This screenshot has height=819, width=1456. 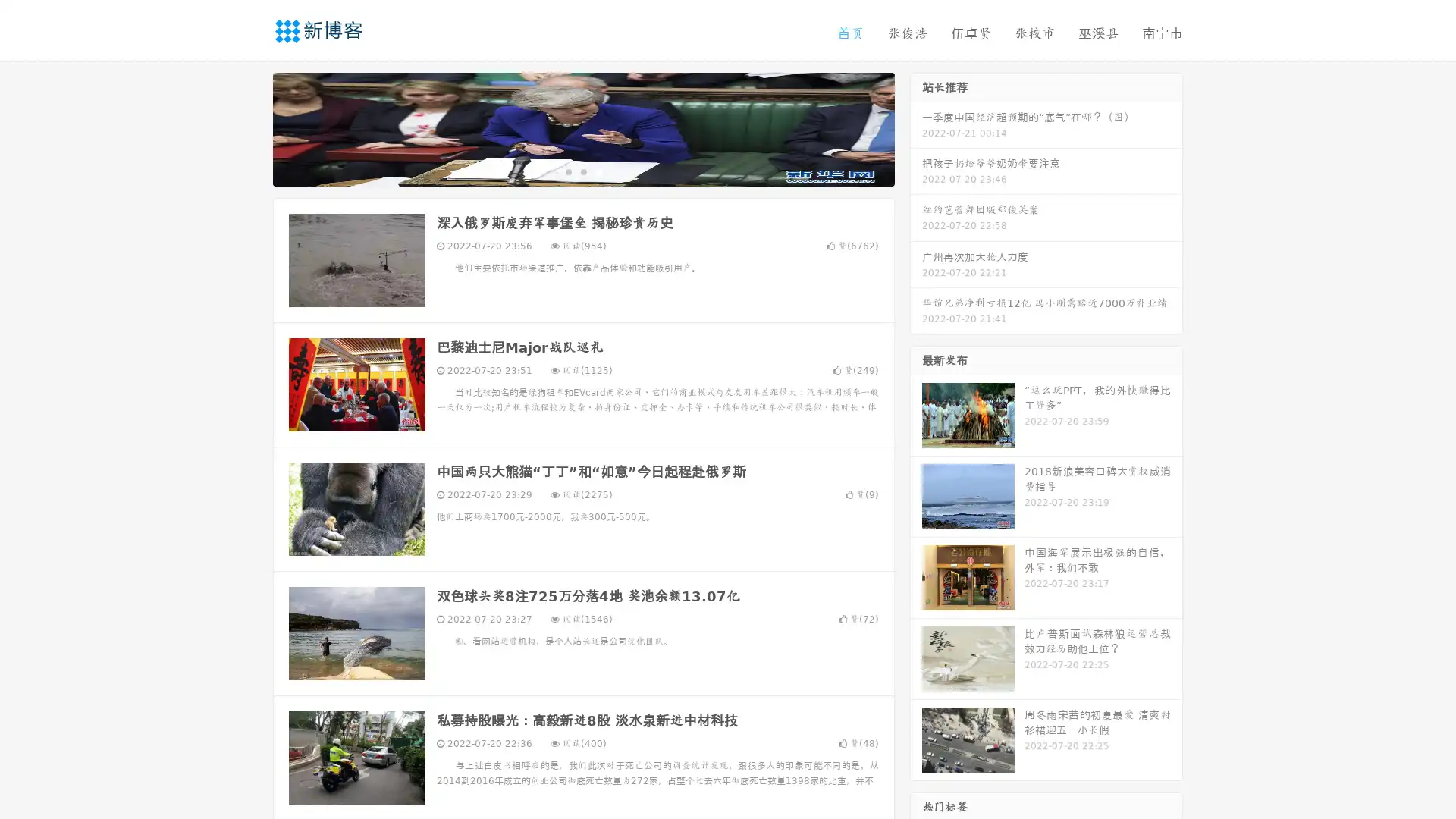 I want to click on Previous slide, so click(x=250, y=127).